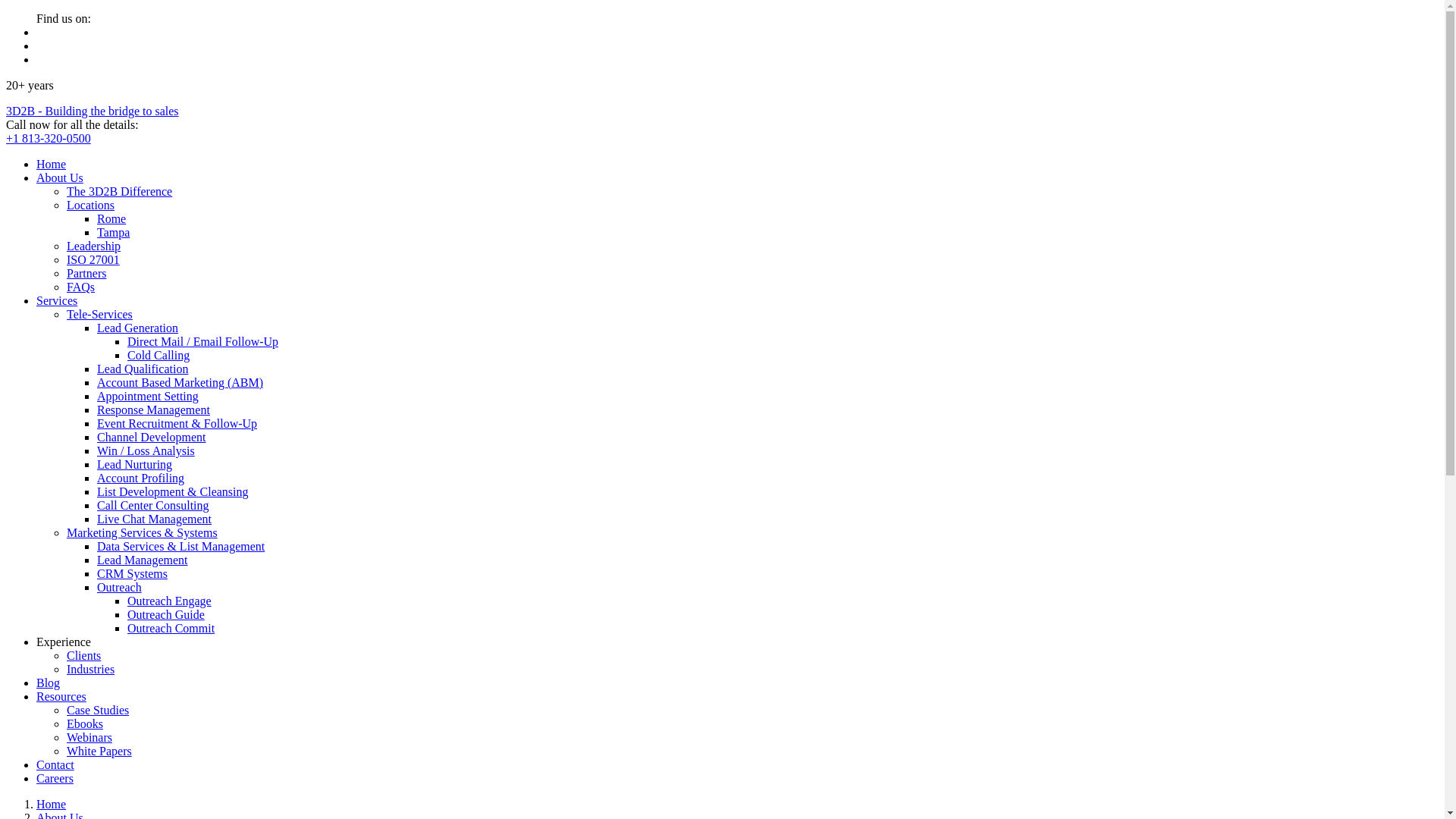  Describe the element at coordinates (83, 654) in the screenshot. I see `'Clients'` at that location.